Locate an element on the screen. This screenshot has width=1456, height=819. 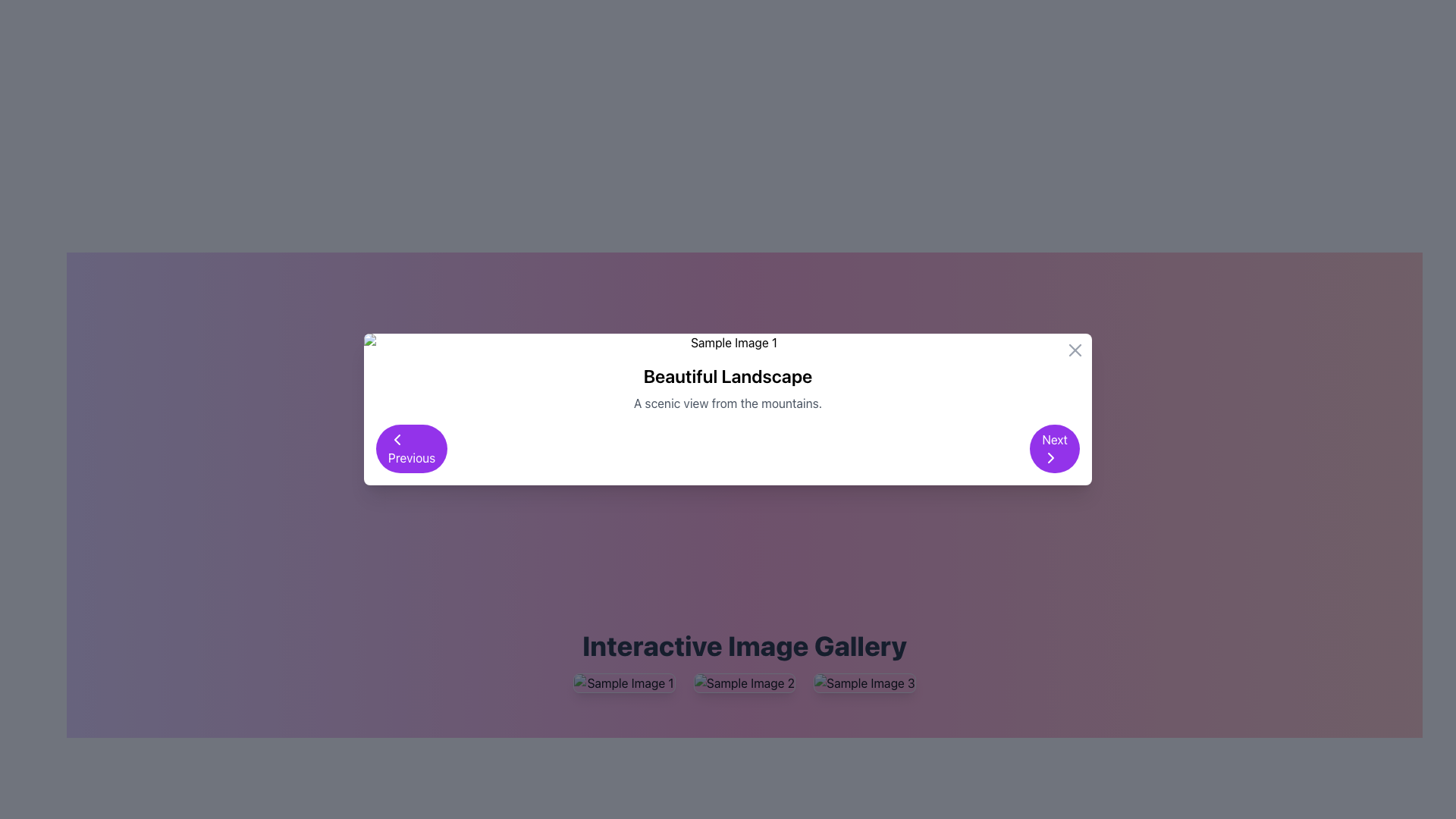
the first image titled 'Sample Image 1' in the gallery to apply the hover effect is located at coordinates (624, 683).